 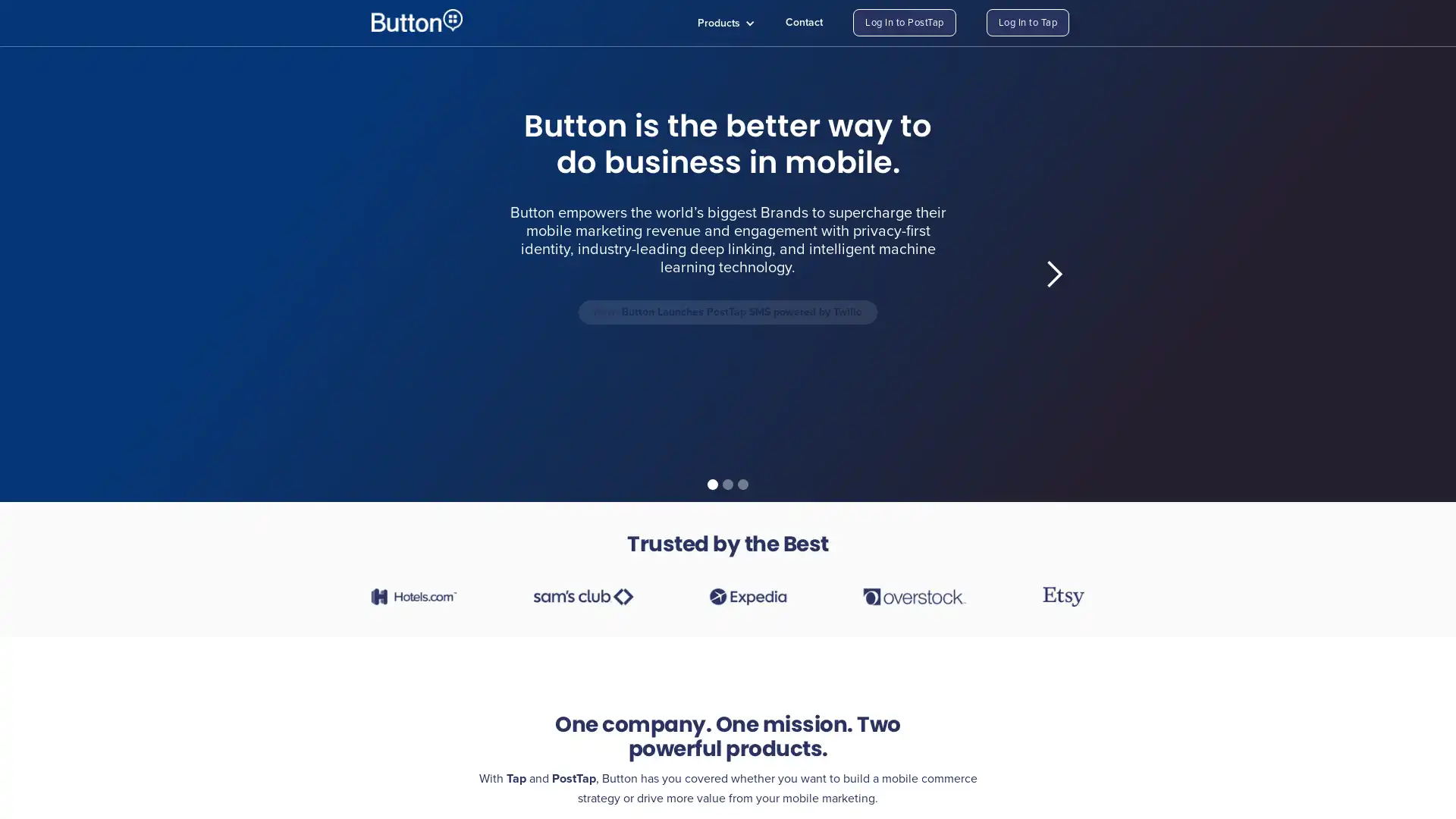 What do you see at coordinates (728, 485) in the screenshot?
I see `Show slide 2 of 3` at bounding box center [728, 485].